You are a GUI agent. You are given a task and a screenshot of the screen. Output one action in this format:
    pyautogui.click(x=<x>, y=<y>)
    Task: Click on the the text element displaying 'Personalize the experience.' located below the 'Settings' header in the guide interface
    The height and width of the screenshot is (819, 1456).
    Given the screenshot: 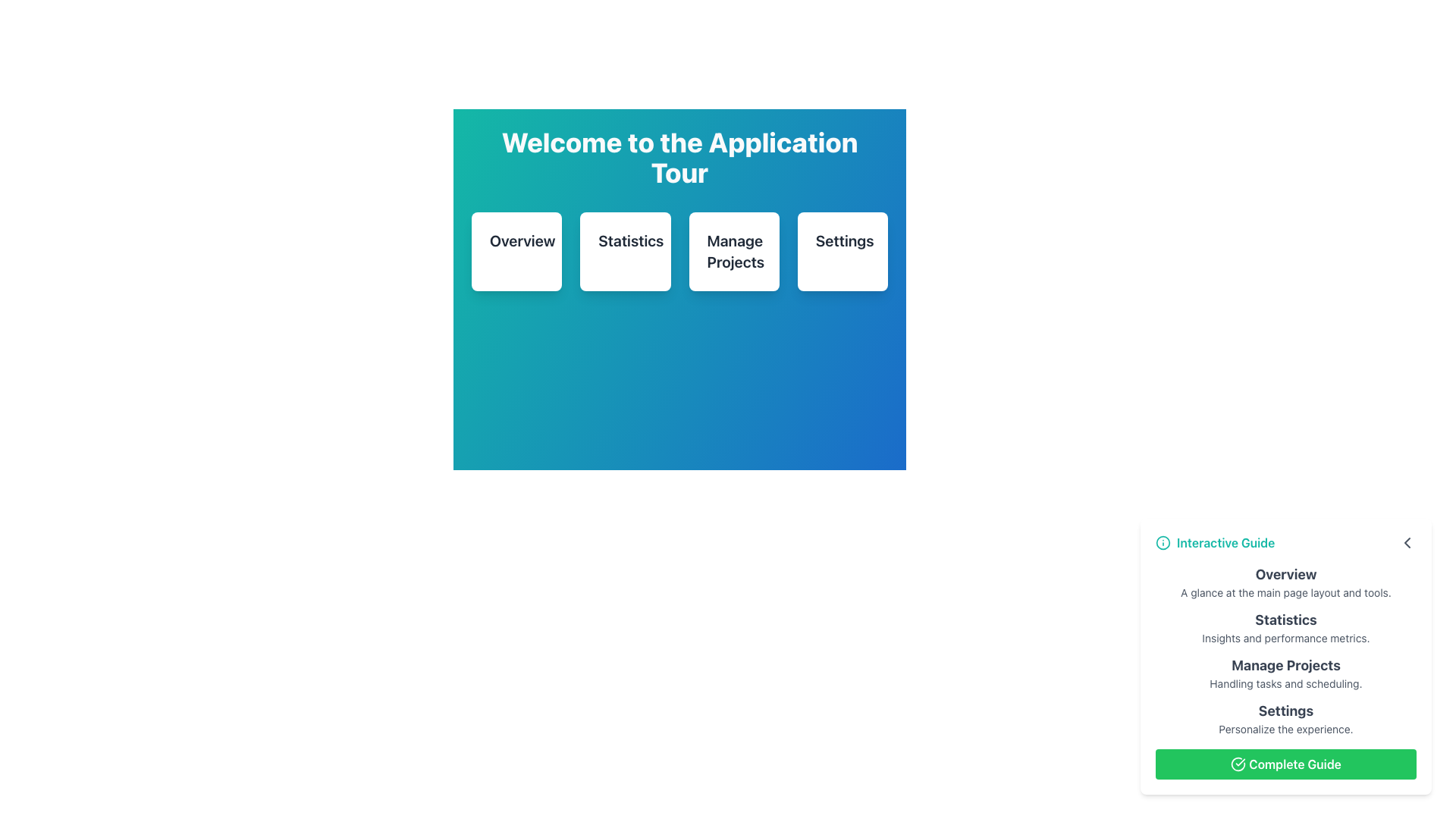 What is the action you would take?
    pyautogui.click(x=1285, y=728)
    